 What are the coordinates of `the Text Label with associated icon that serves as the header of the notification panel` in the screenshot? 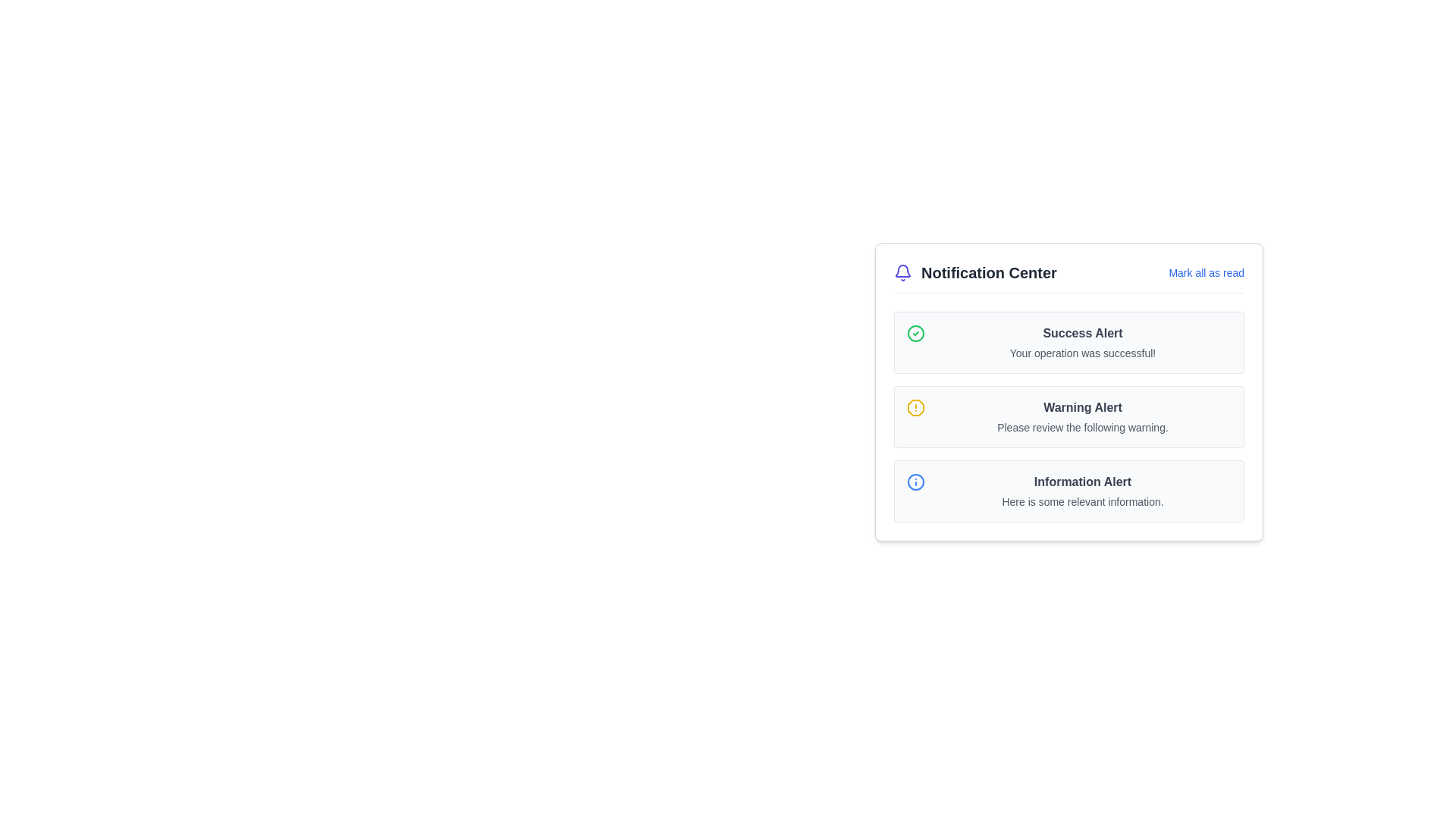 It's located at (975, 271).